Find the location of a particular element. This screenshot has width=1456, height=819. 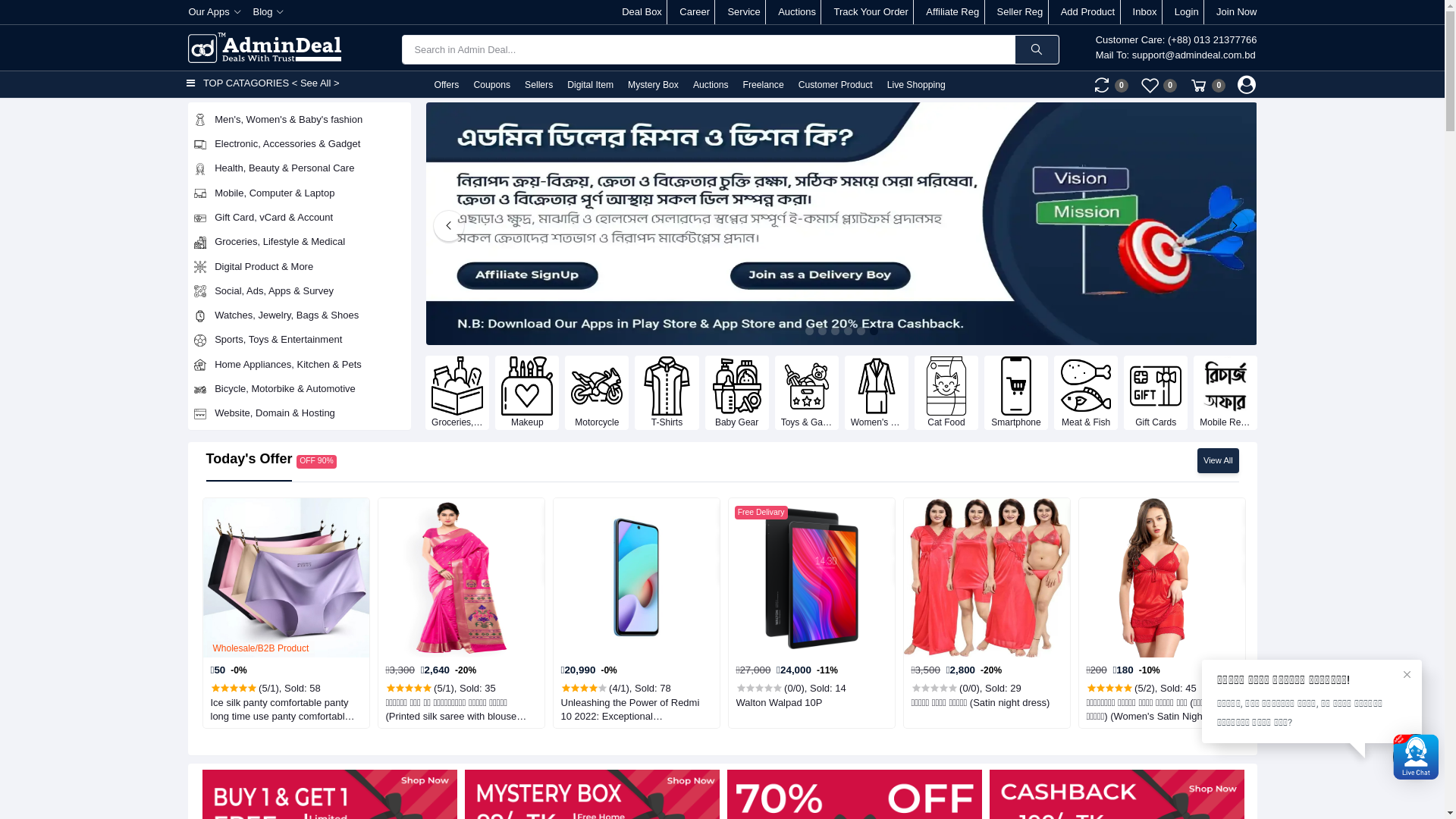

'Digital Product & More' is located at coordinates (300, 265).